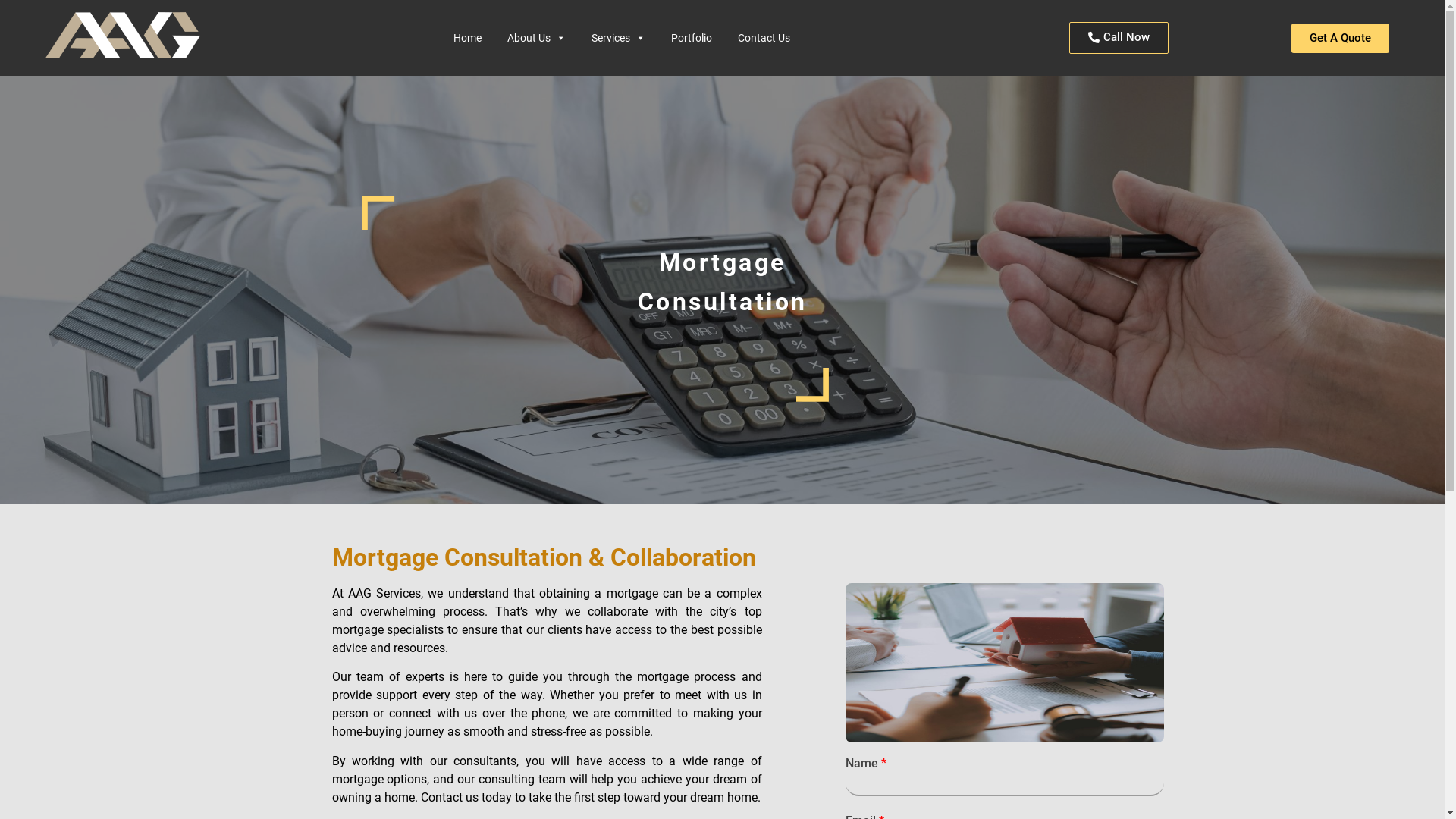 This screenshot has width=1456, height=819. I want to click on 'Portfolio', so click(691, 37).